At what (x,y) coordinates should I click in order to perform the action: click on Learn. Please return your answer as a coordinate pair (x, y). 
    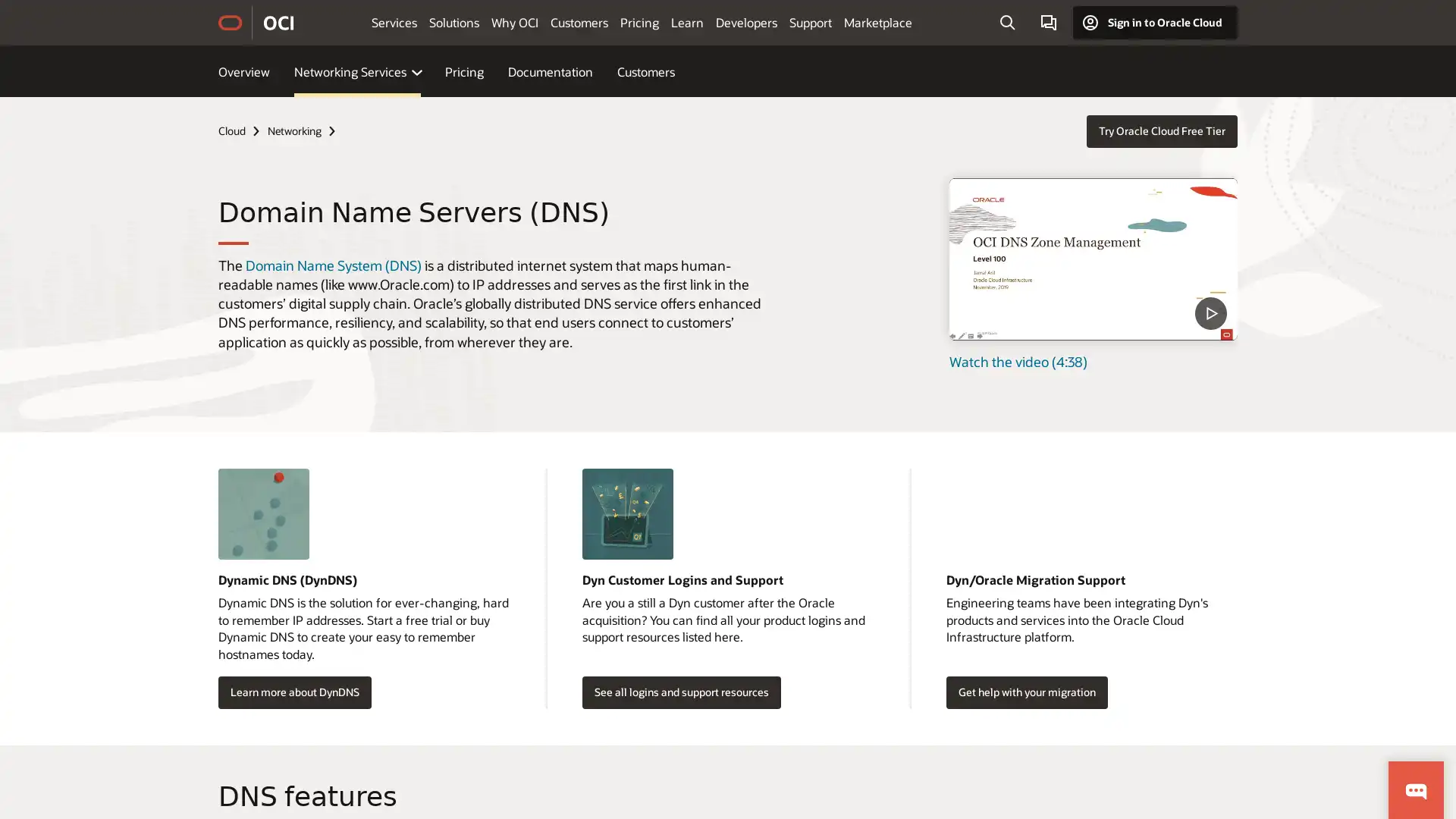
    Looking at the image, I should click on (686, 22).